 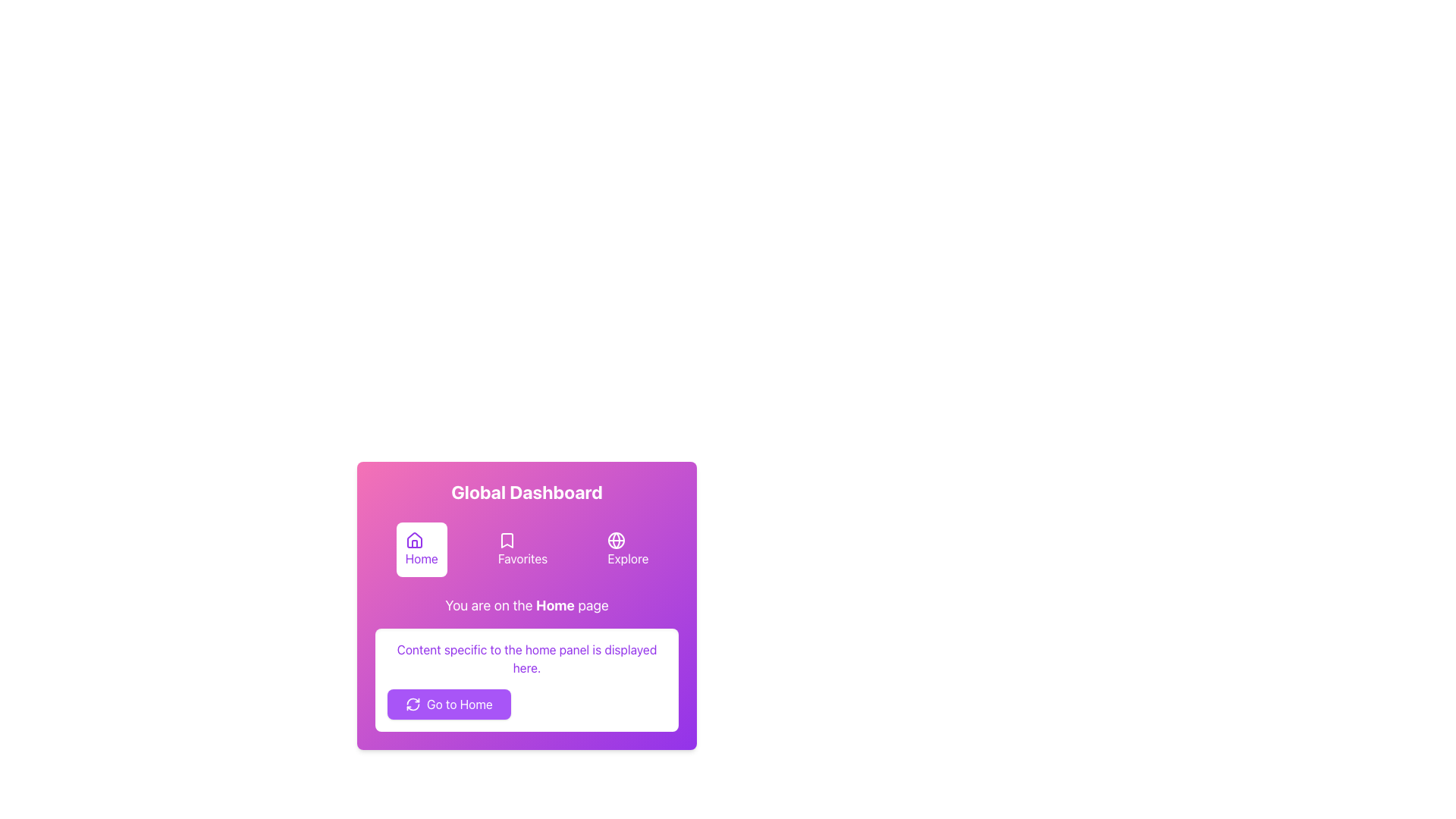 I want to click on the 'Favorites' text label, which is displayed in white font against a purple background, so click(x=522, y=558).